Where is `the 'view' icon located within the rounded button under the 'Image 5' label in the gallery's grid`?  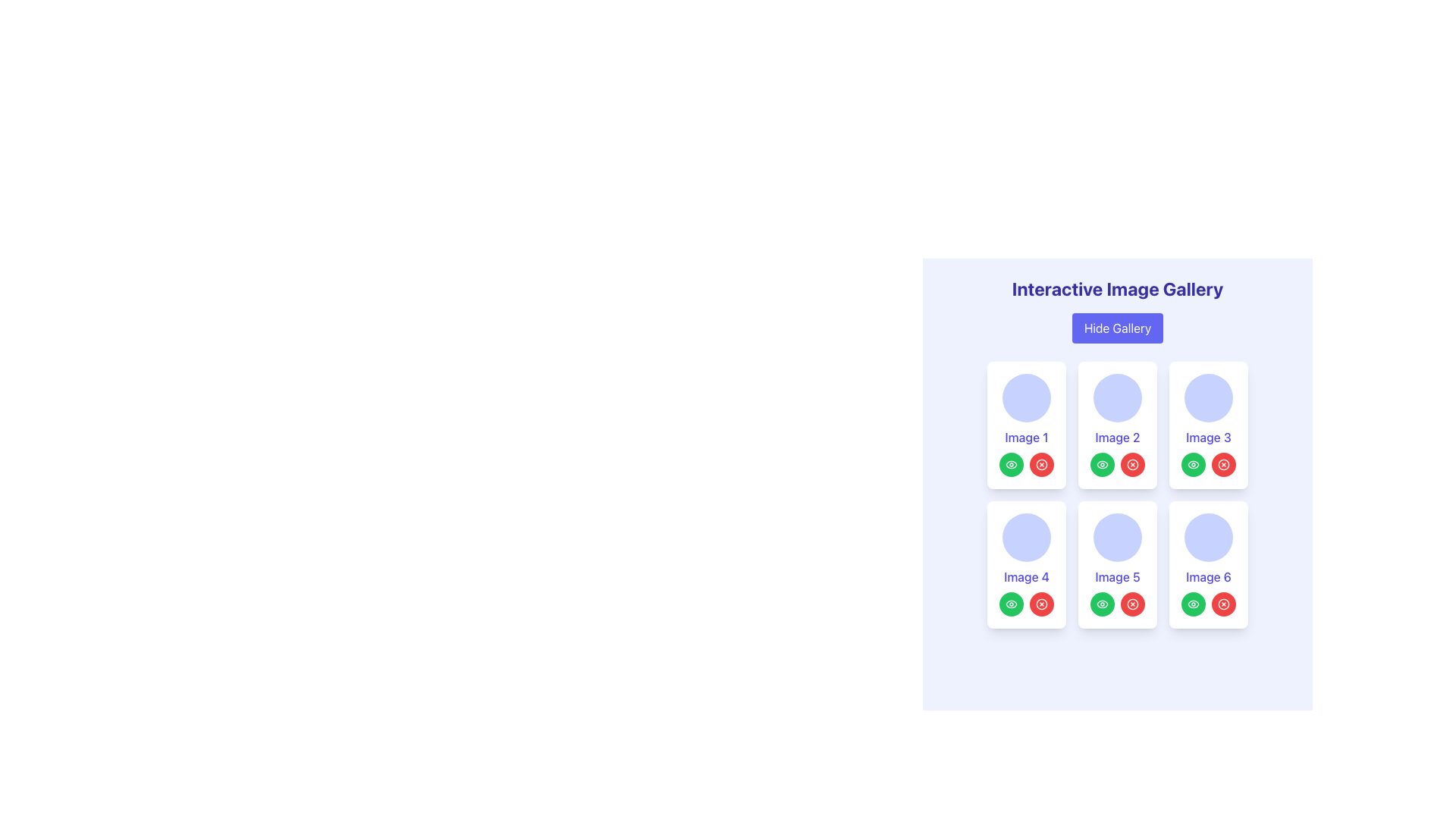
the 'view' icon located within the rounded button under the 'Image 5' label in the gallery's grid is located at coordinates (1012, 464).